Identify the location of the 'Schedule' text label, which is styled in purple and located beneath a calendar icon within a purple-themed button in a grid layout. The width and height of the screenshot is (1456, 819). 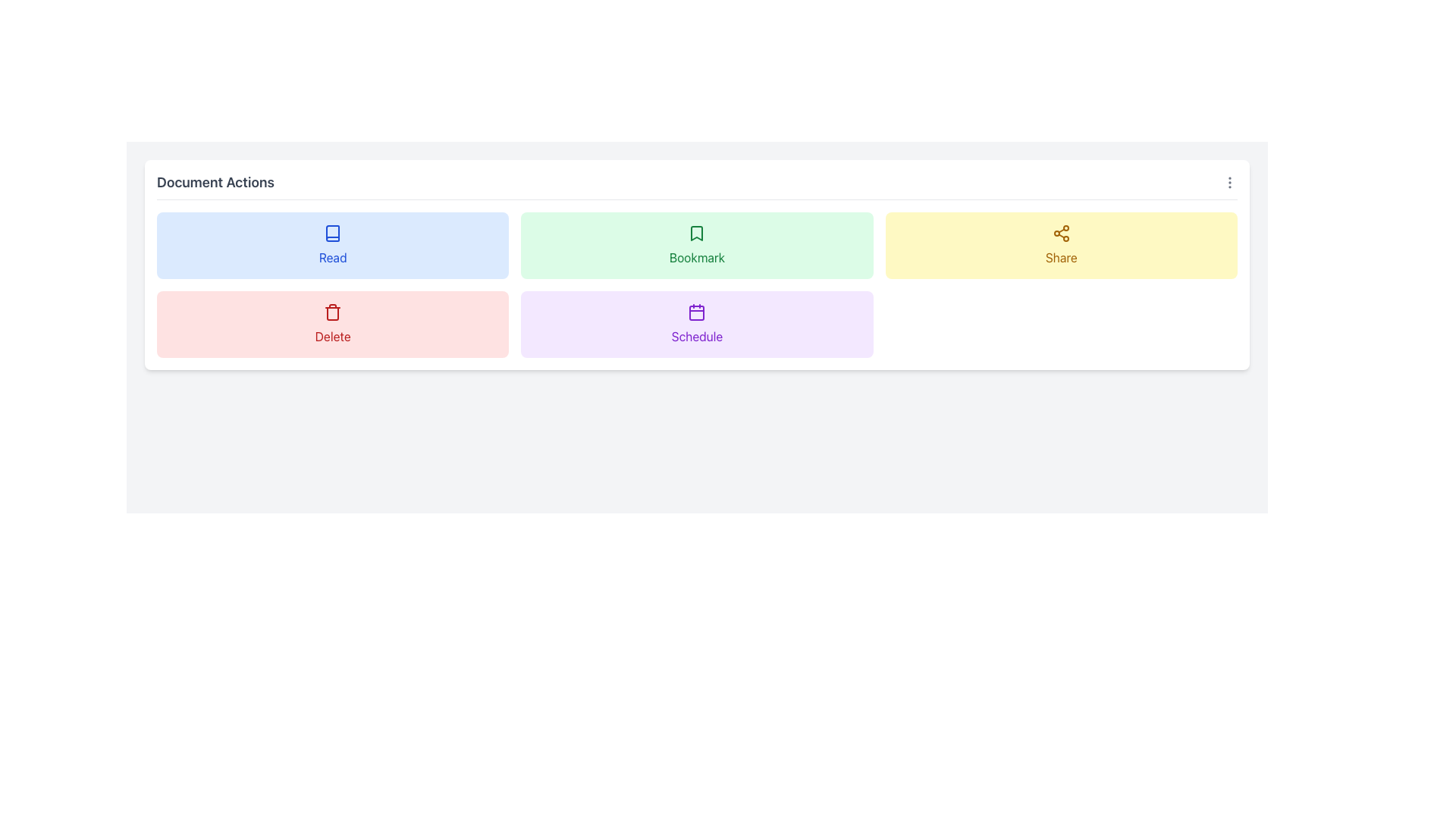
(696, 335).